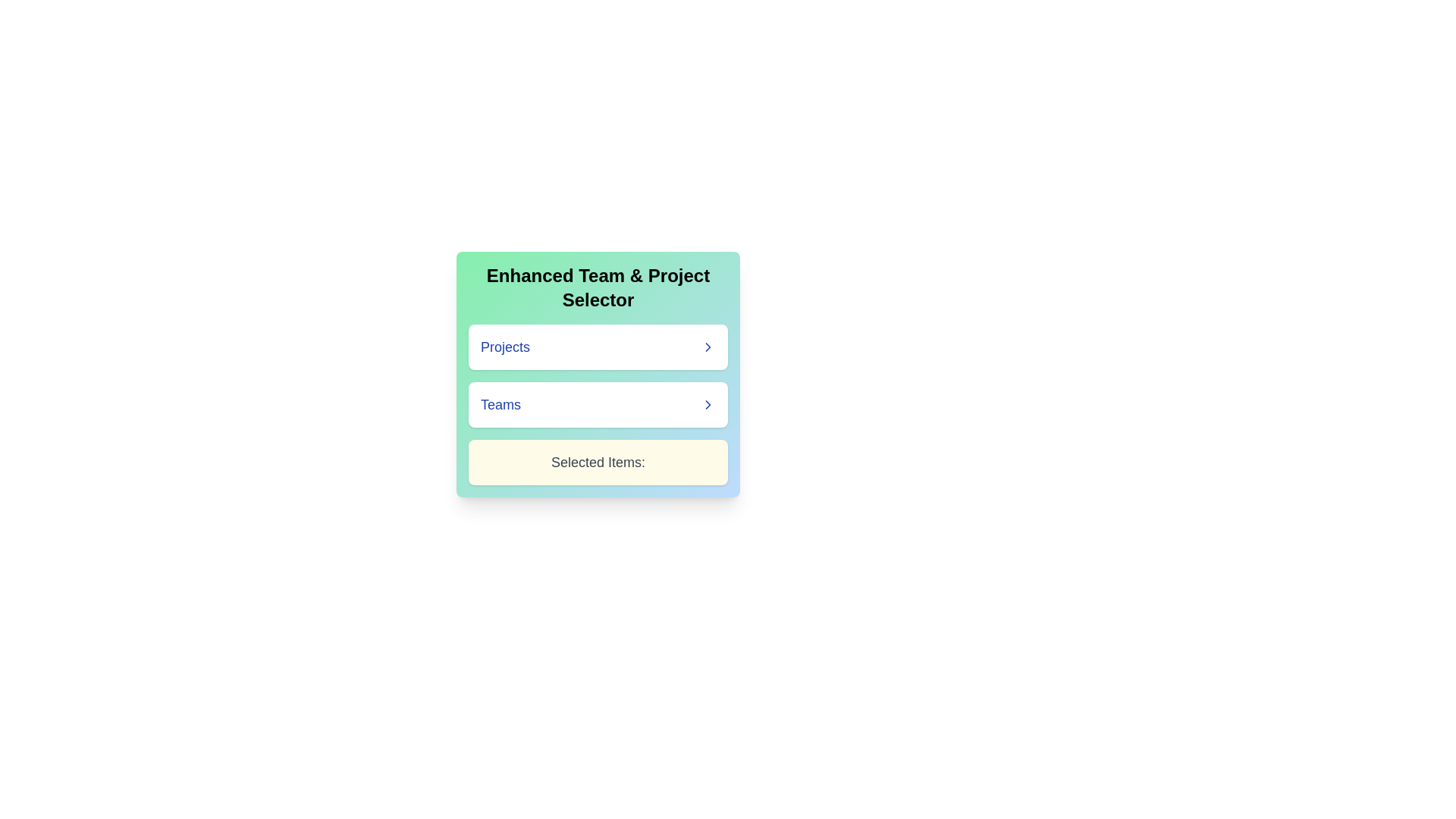 The height and width of the screenshot is (819, 1456). Describe the element at coordinates (708, 403) in the screenshot. I see `the chevron icon located to the right of the 'Teams' label` at that location.